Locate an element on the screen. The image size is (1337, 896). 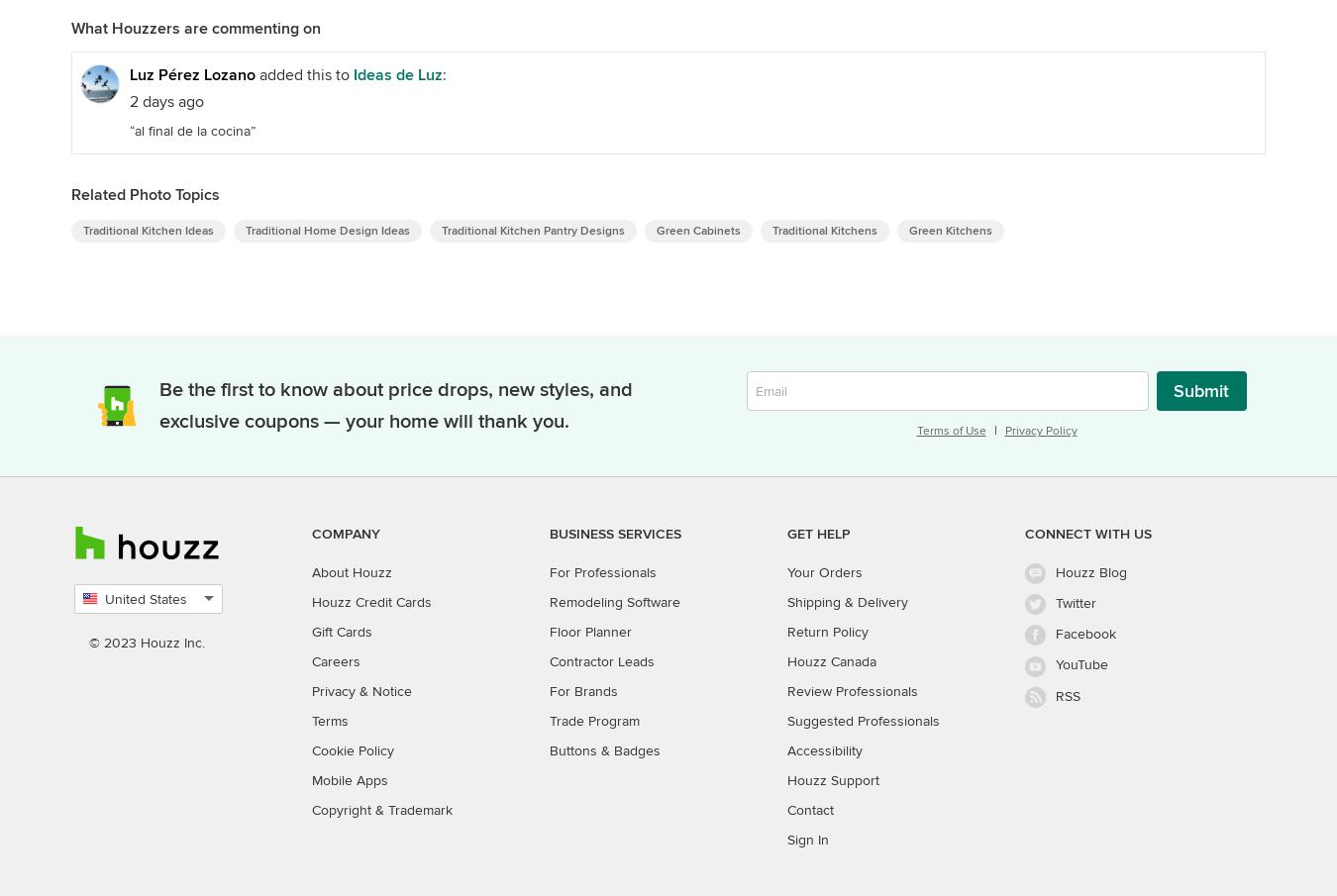
'Green Kitchens' is located at coordinates (949, 230).